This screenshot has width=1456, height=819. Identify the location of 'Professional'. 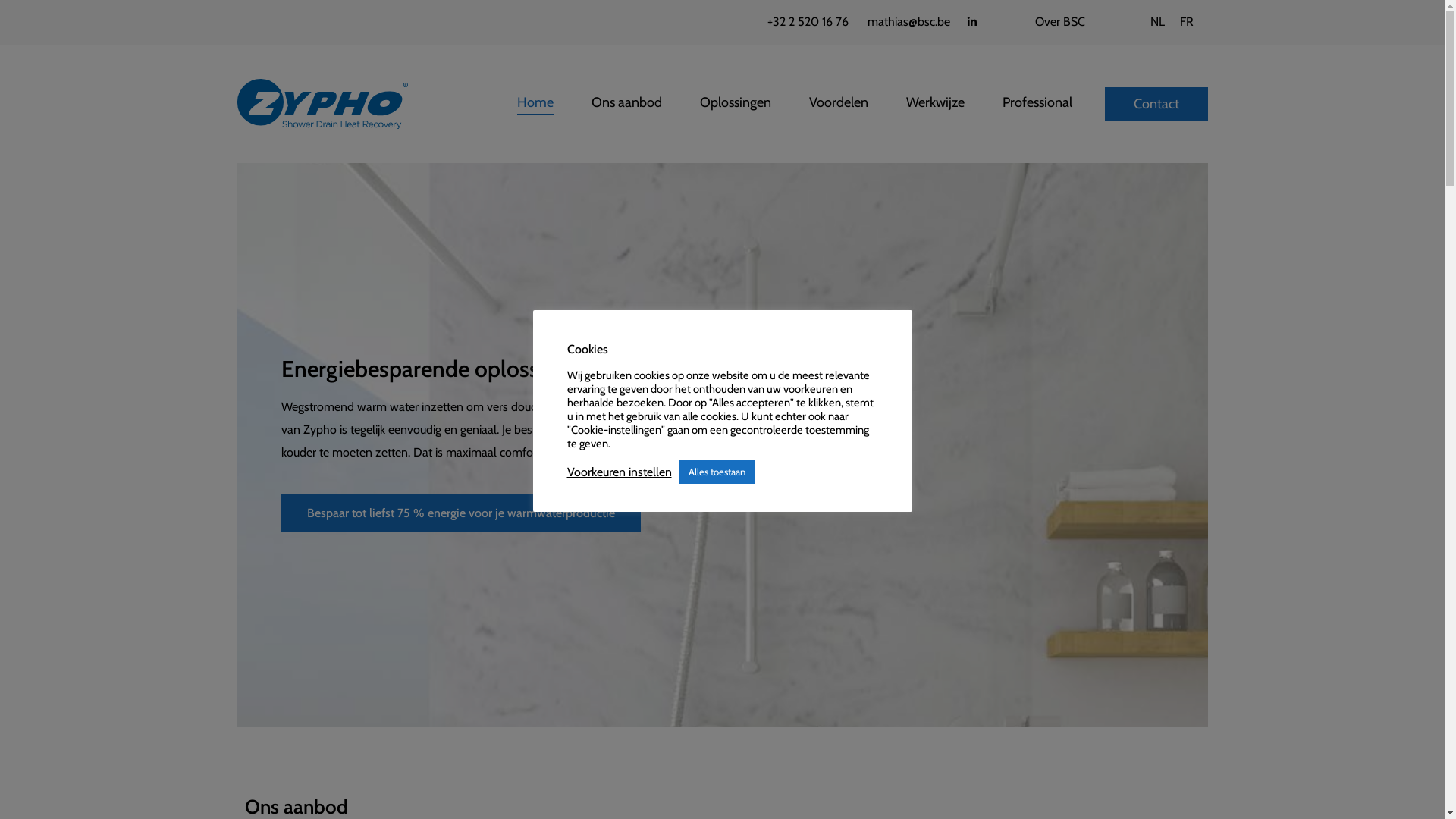
(983, 102).